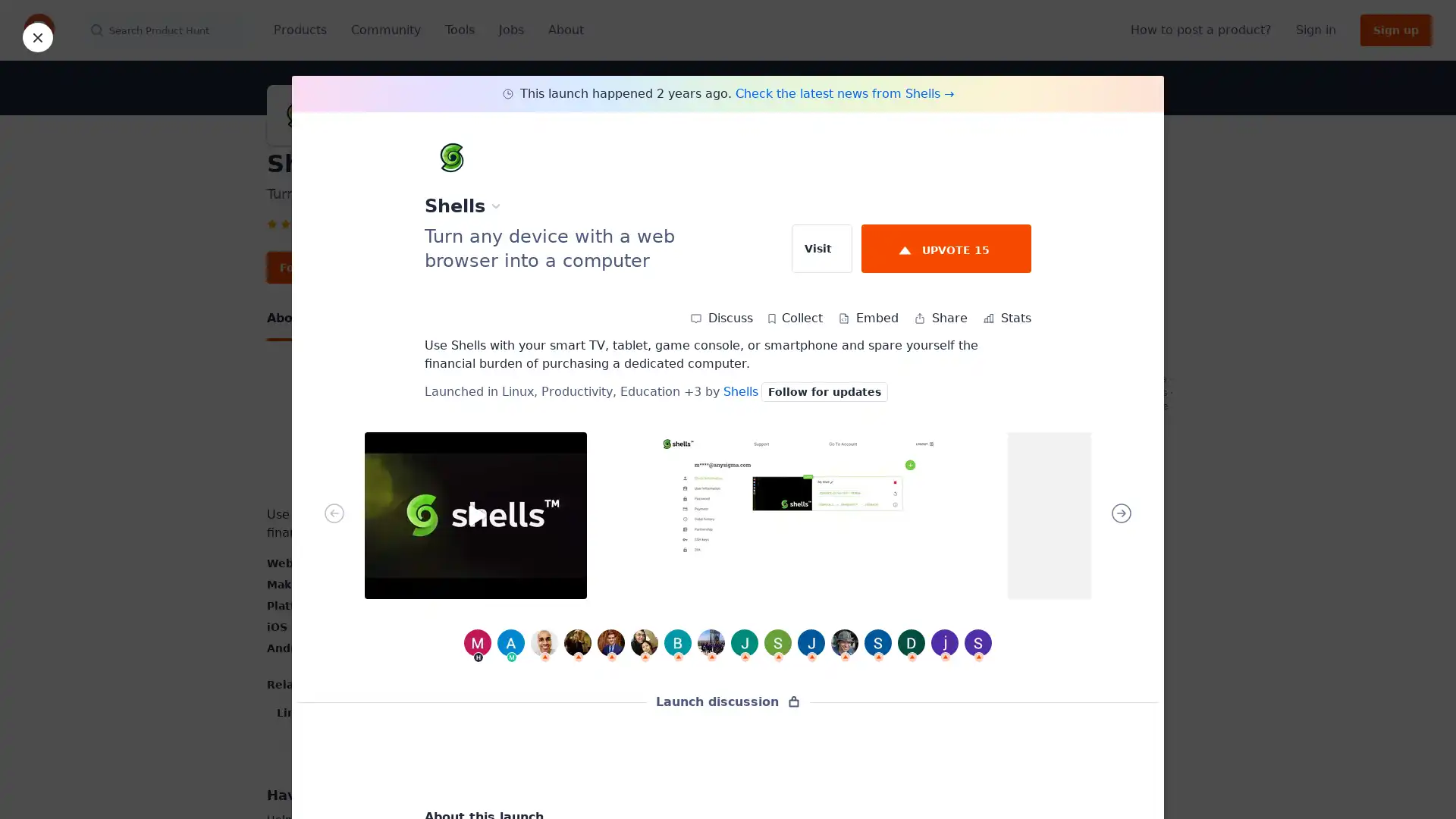 The width and height of the screenshot is (1456, 819). What do you see at coordinates (824, 391) in the screenshot?
I see `Follow for updates` at bounding box center [824, 391].